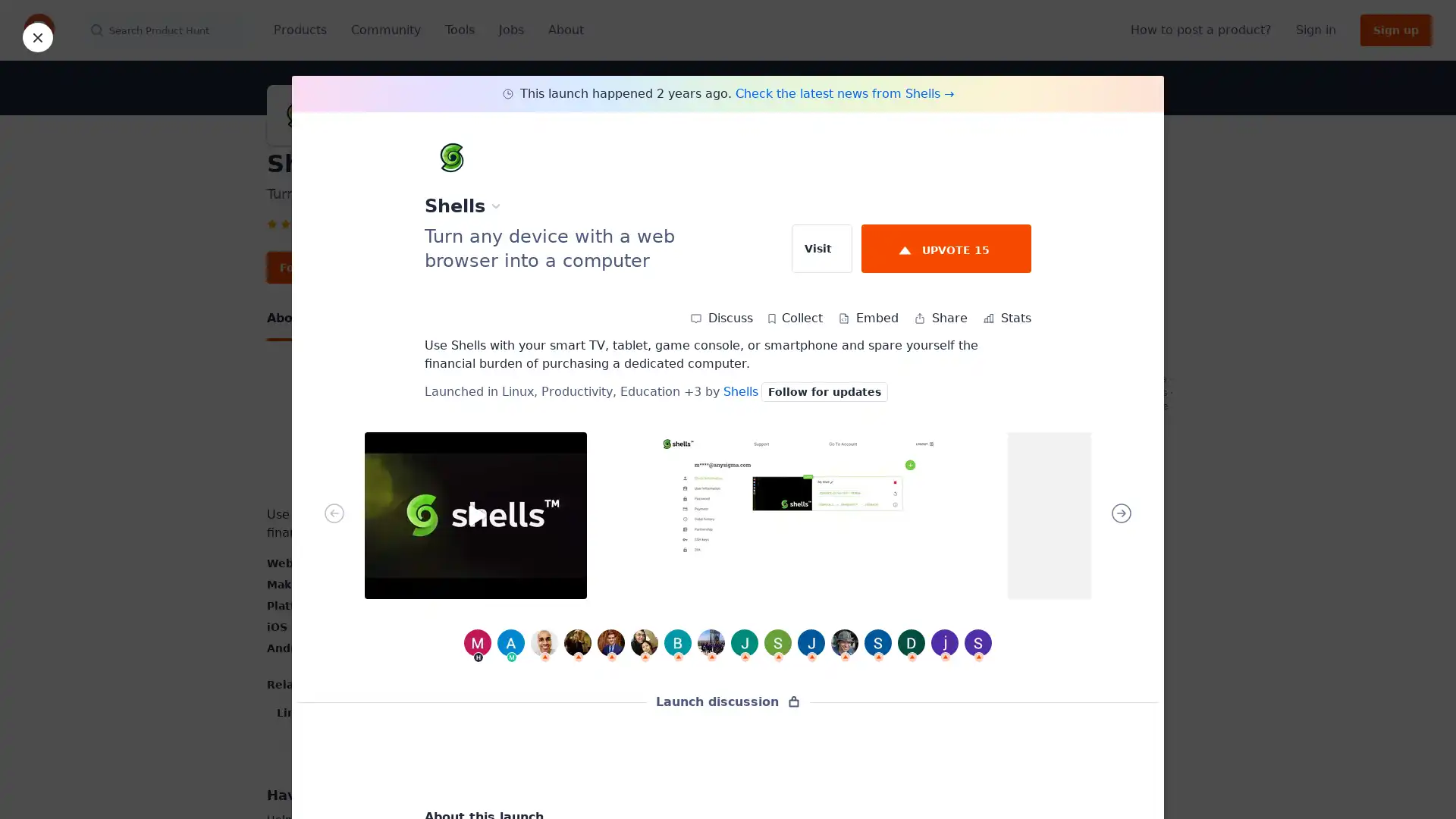 The width and height of the screenshot is (1456, 819). What do you see at coordinates (824, 391) in the screenshot?
I see `Follow for updates` at bounding box center [824, 391].